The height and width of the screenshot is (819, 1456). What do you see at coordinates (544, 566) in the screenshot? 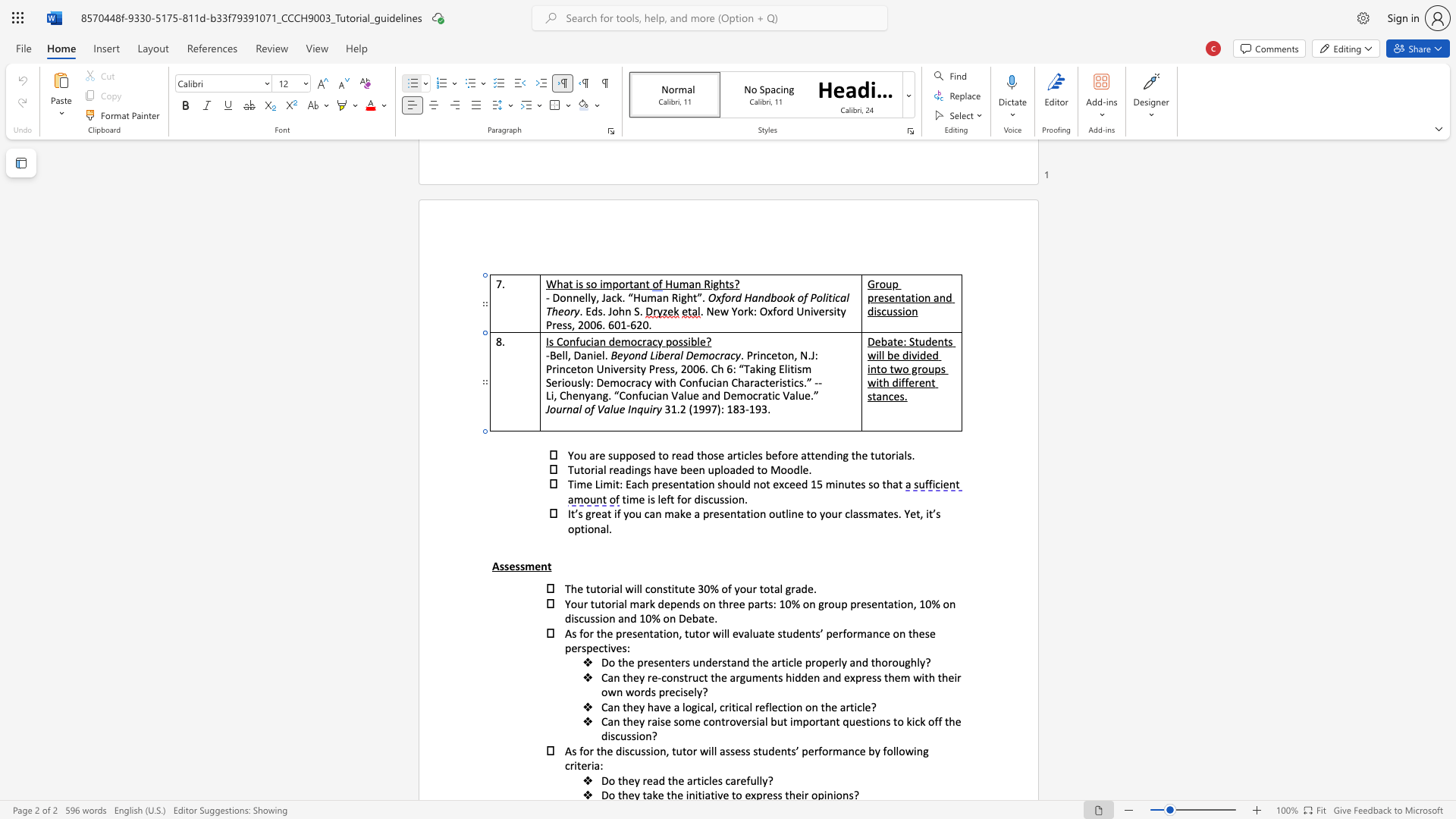
I see `the 1th character "n" in the text` at bounding box center [544, 566].